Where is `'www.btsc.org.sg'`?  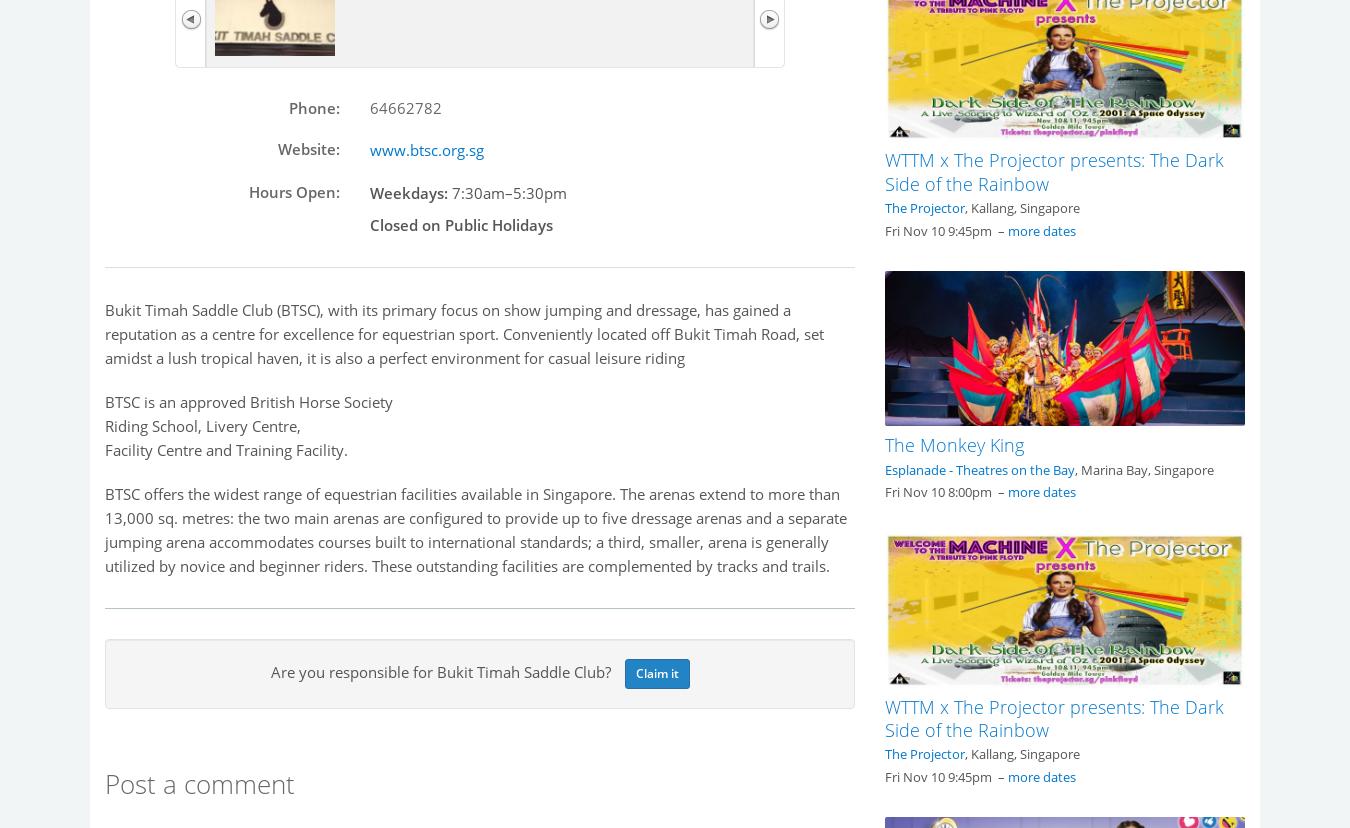 'www.btsc.org.sg' is located at coordinates (427, 150).